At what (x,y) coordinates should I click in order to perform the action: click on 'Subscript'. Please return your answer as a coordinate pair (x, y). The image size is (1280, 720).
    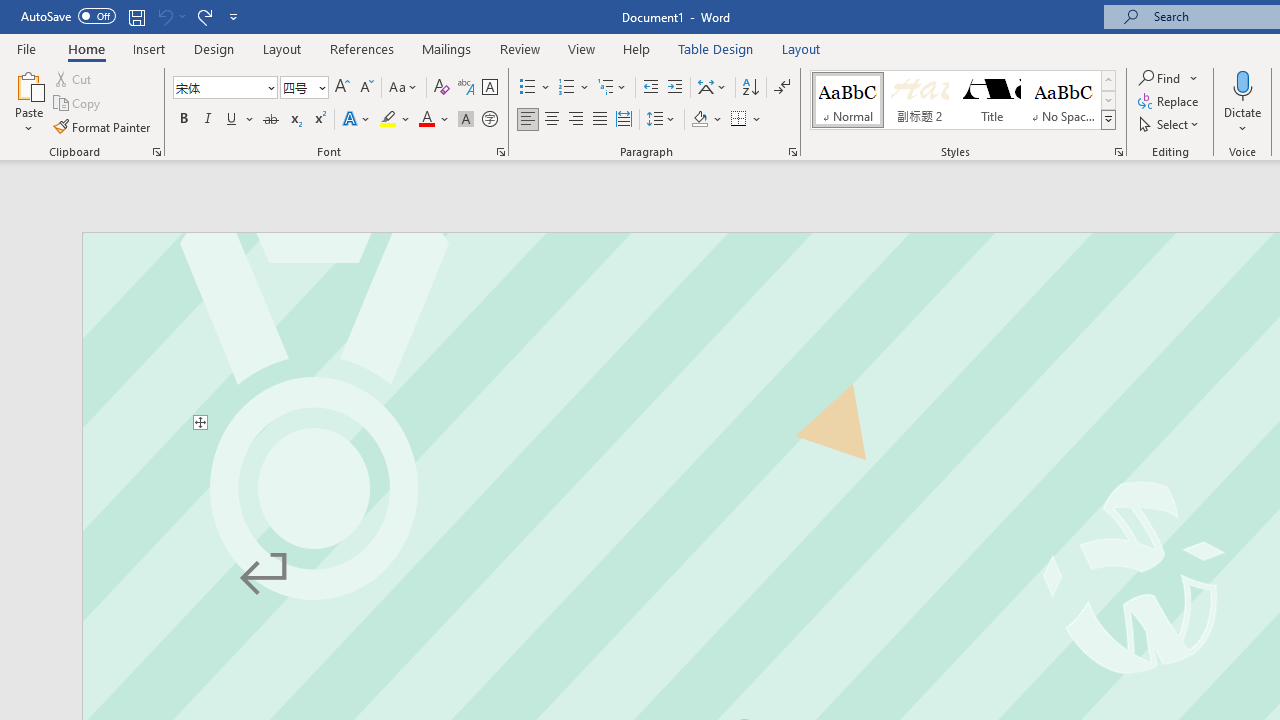
    Looking at the image, I should click on (294, 119).